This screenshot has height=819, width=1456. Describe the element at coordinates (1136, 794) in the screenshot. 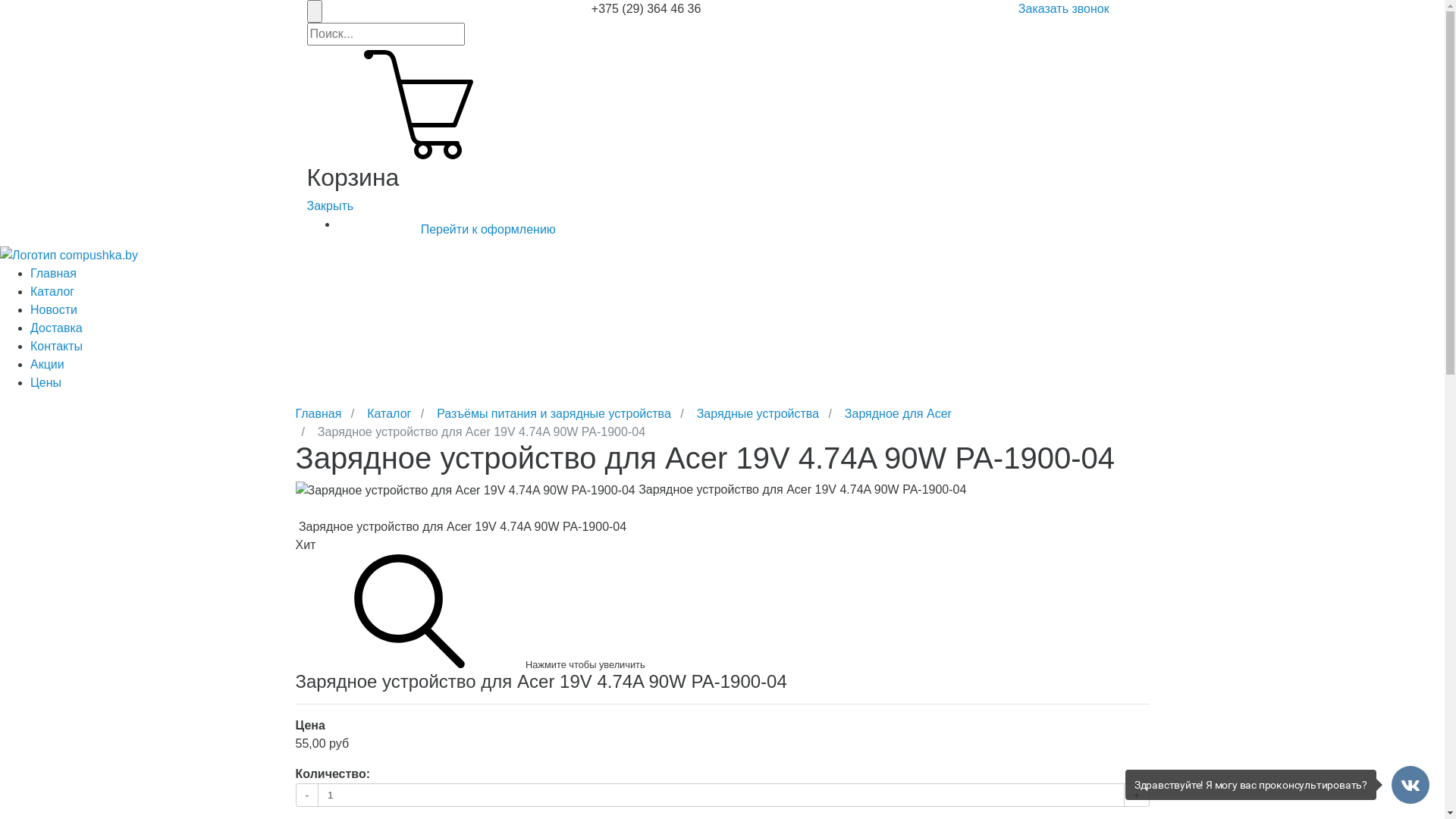

I see `'+'` at that location.